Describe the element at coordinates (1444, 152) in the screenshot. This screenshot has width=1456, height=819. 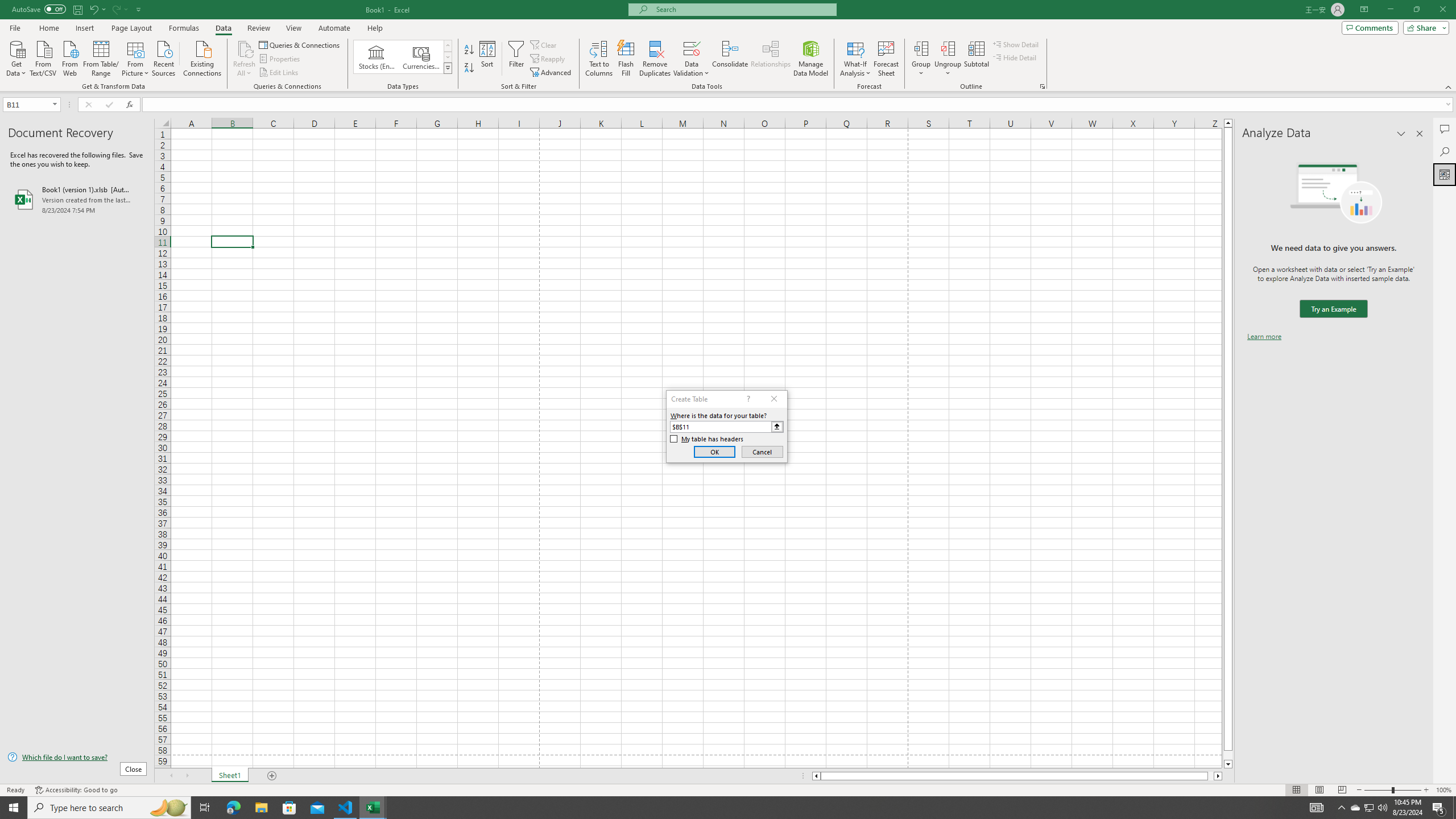
I see `'Search'` at that location.